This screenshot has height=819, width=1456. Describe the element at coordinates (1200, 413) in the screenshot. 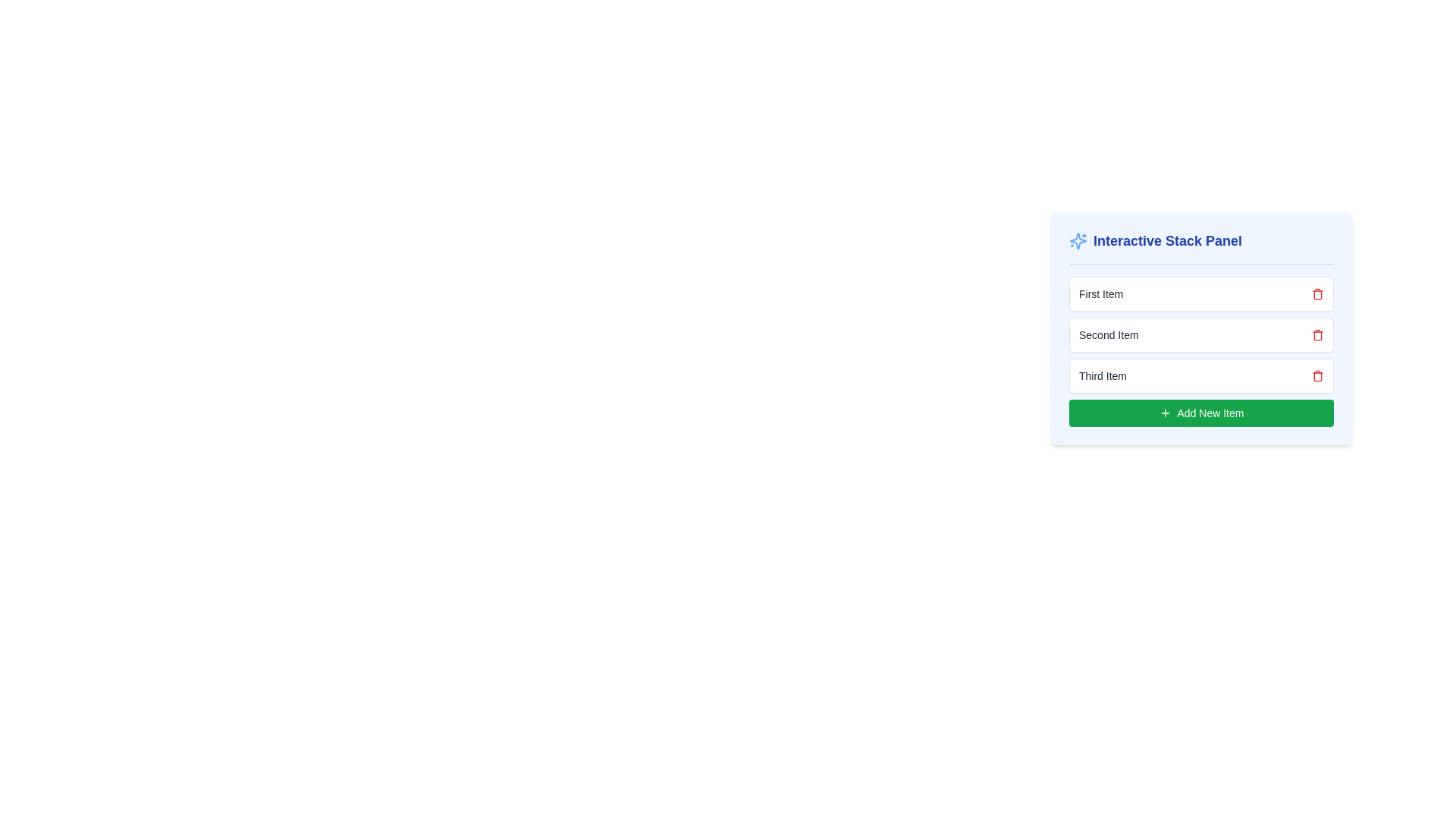

I see `the button located at the bottom of the vertical layout, which triggers the action to add a new item to the list above it` at that location.